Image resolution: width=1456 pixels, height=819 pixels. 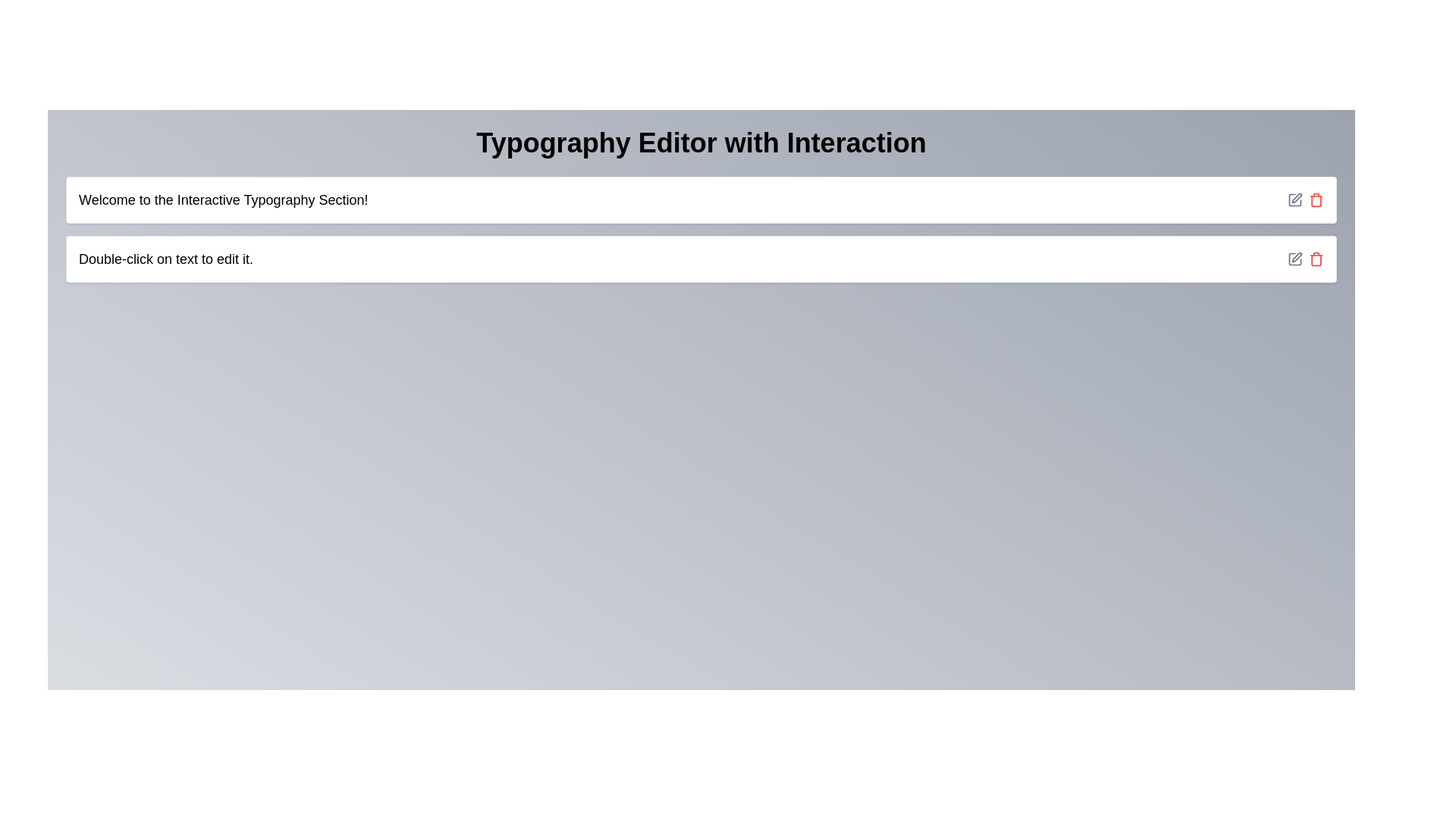 What do you see at coordinates (1296, 256) in the screenshot?
I see `the pen-shaped icon used for editing functionalities` at bounding box center [1296, 256].